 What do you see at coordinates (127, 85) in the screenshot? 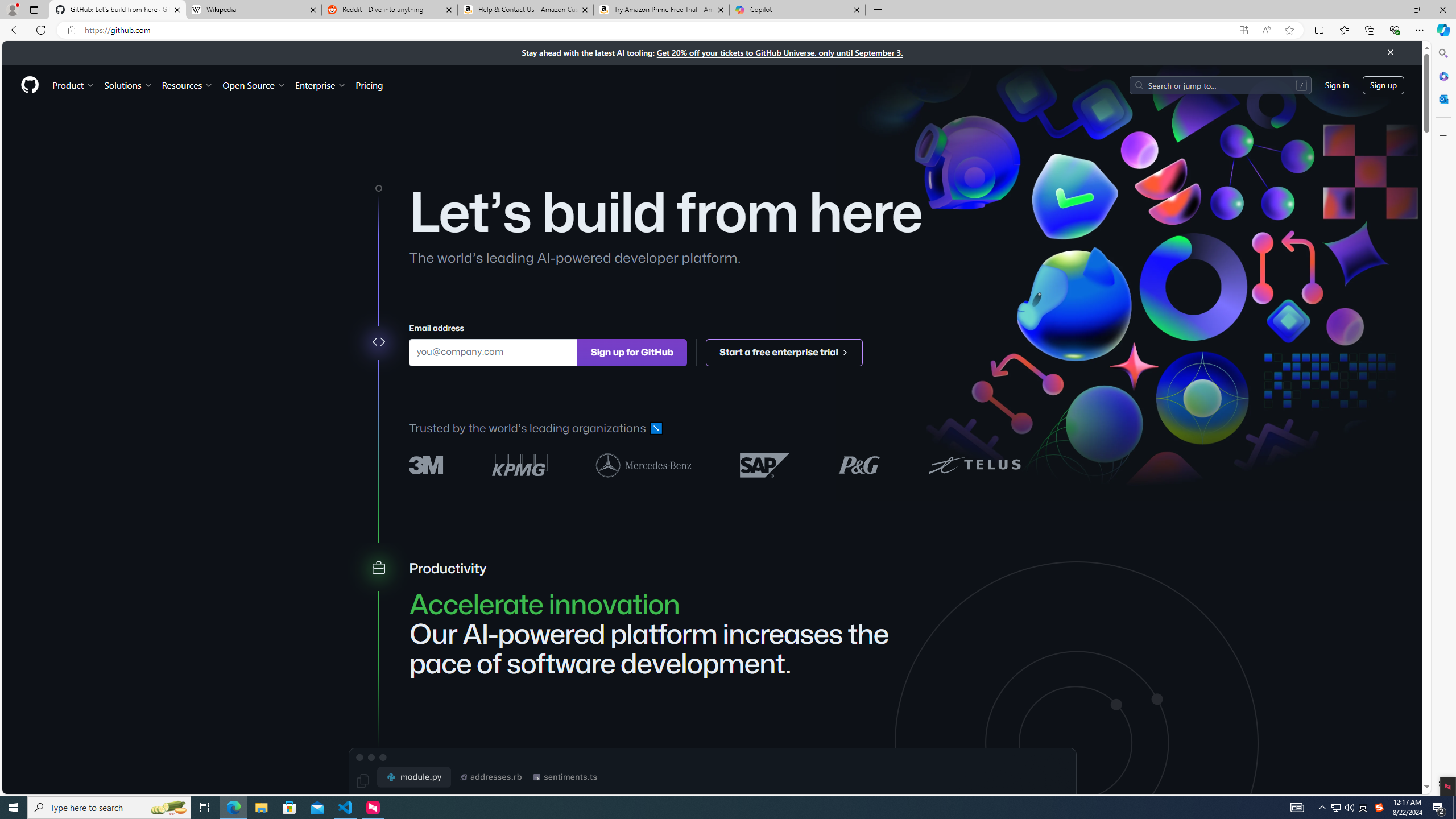
I see `'Solutions'` at bounding box center [127, 85].